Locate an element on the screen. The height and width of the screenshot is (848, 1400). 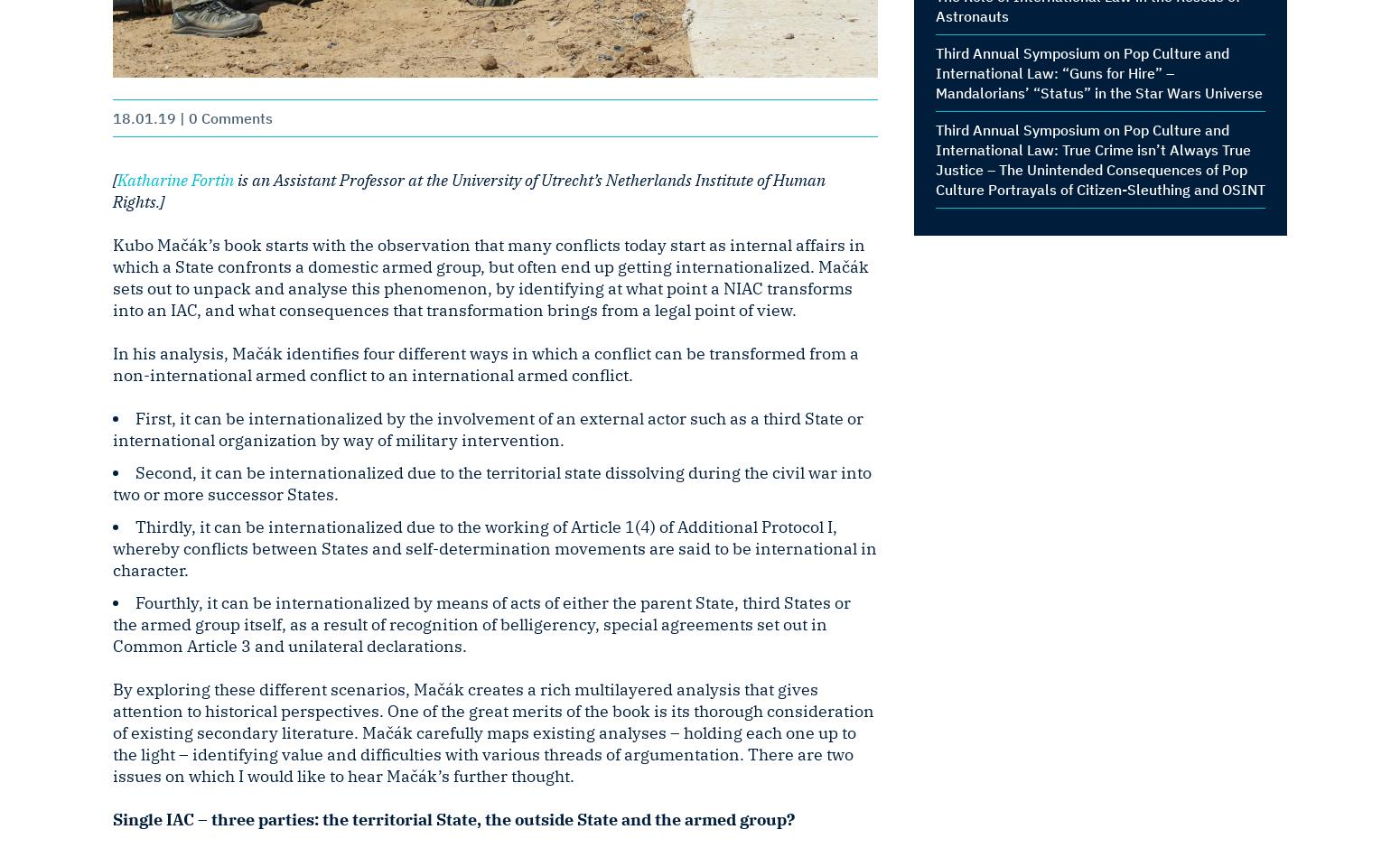
'Thirdly, it can be internationalized due to the working of Article 1(4) of Additional Protocol I, whereby conflicts between States and self-determination movements are said to be international in character.' is located at coordinates (494, 548).